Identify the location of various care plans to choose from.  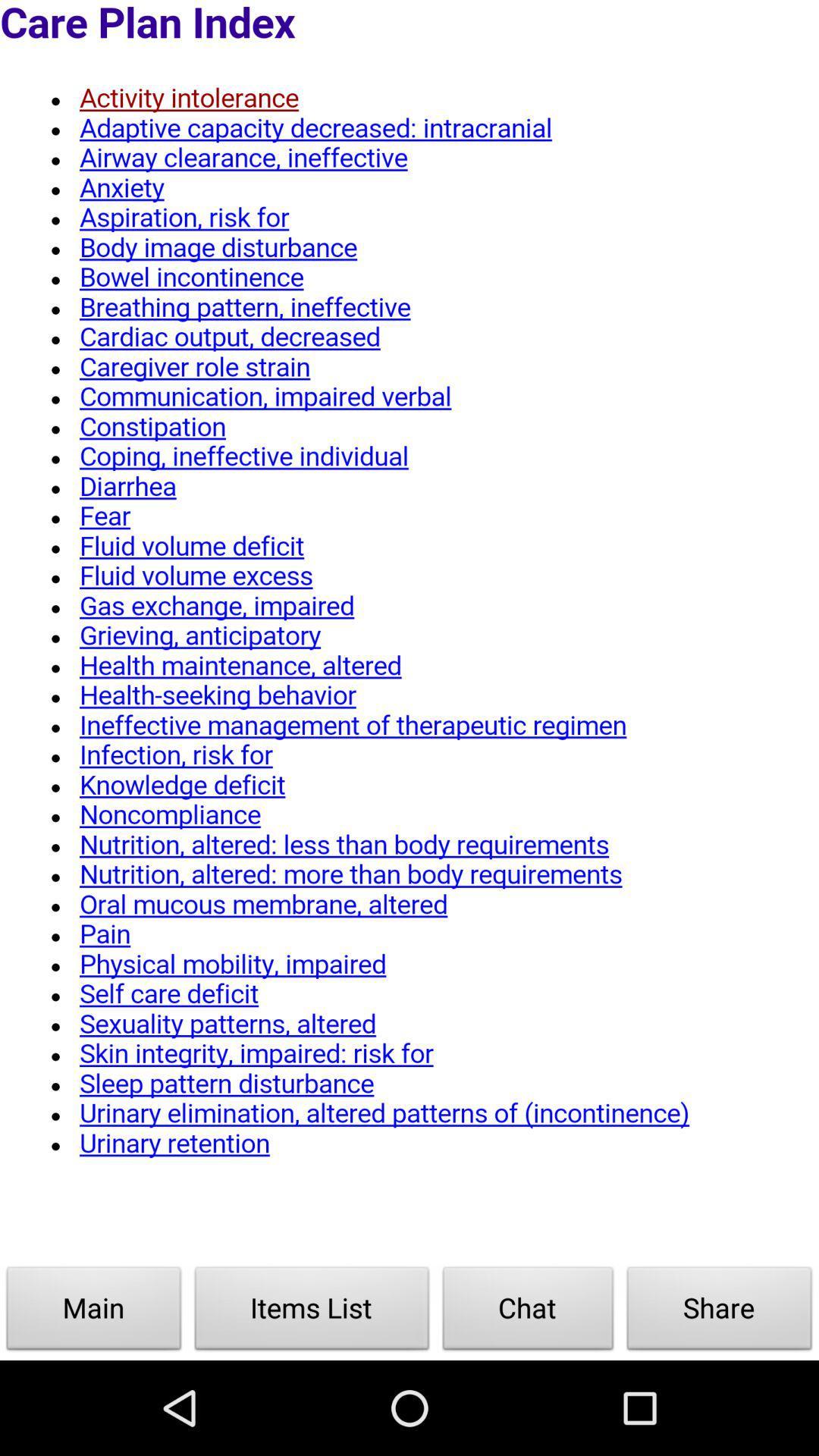
(409, 632).